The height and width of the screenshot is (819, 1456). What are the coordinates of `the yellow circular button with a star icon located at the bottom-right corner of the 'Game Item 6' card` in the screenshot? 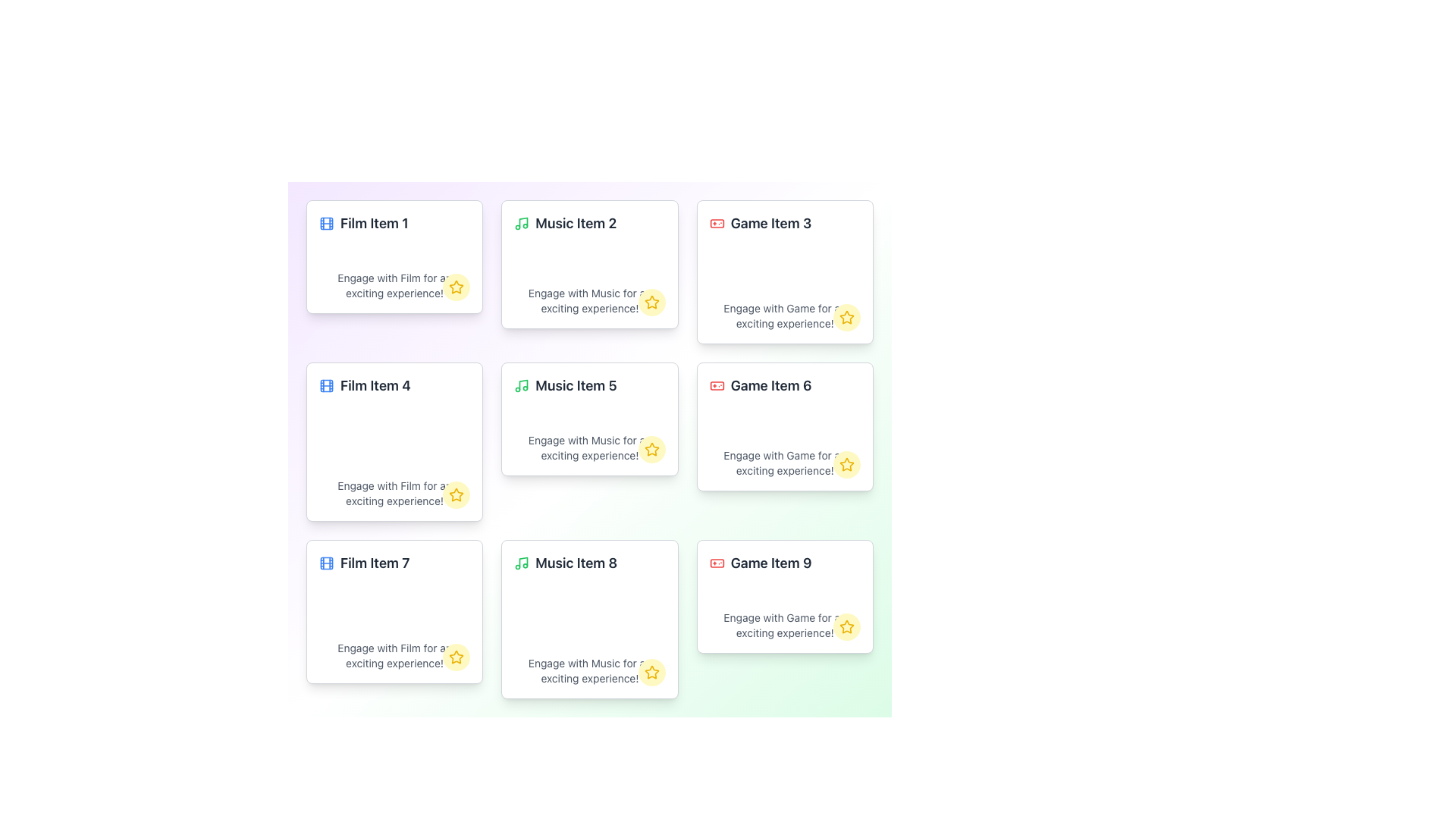 It's located at (846, 464).